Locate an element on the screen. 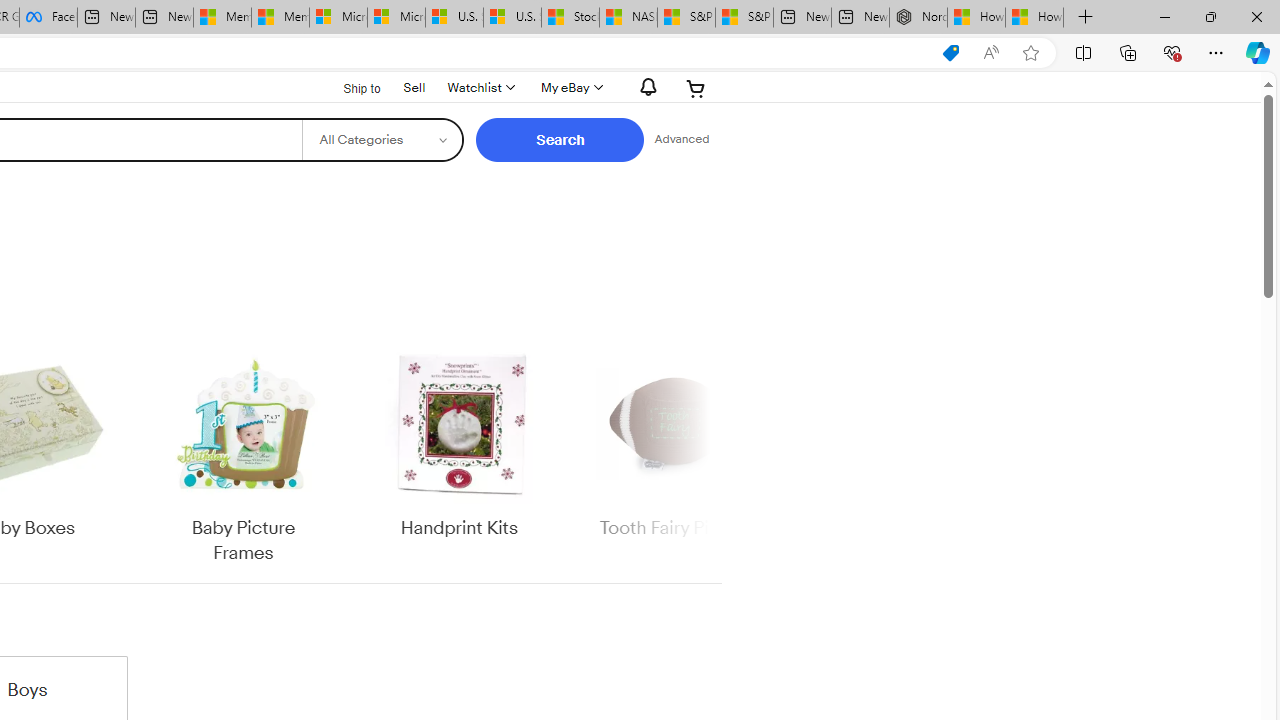 This screenshot has width=1280, height=720. 'Restore' is located at coordinates (1209, 16).